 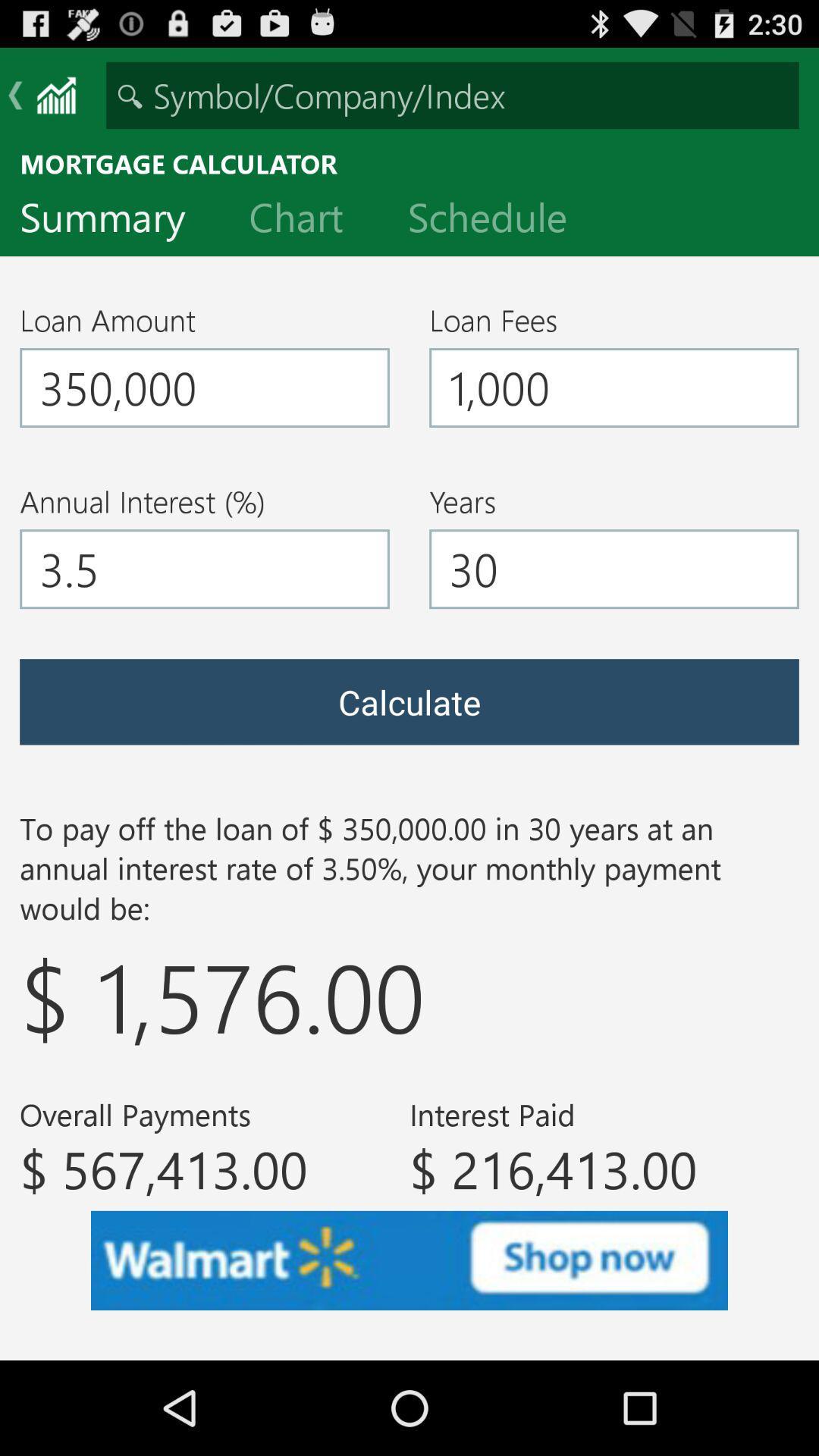 I want to click on item to the left of schedule item, so click(x=307, y=220).